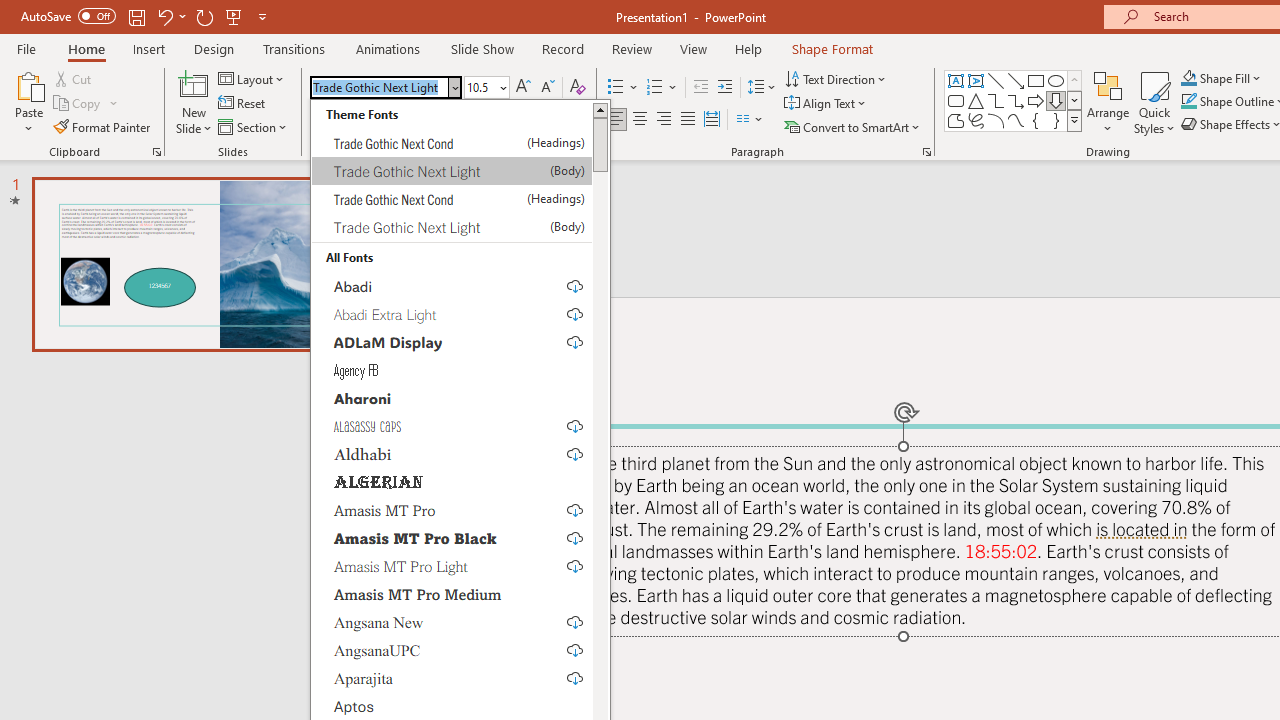  I want to click on 'Decrease Indent', so click(700, 86).